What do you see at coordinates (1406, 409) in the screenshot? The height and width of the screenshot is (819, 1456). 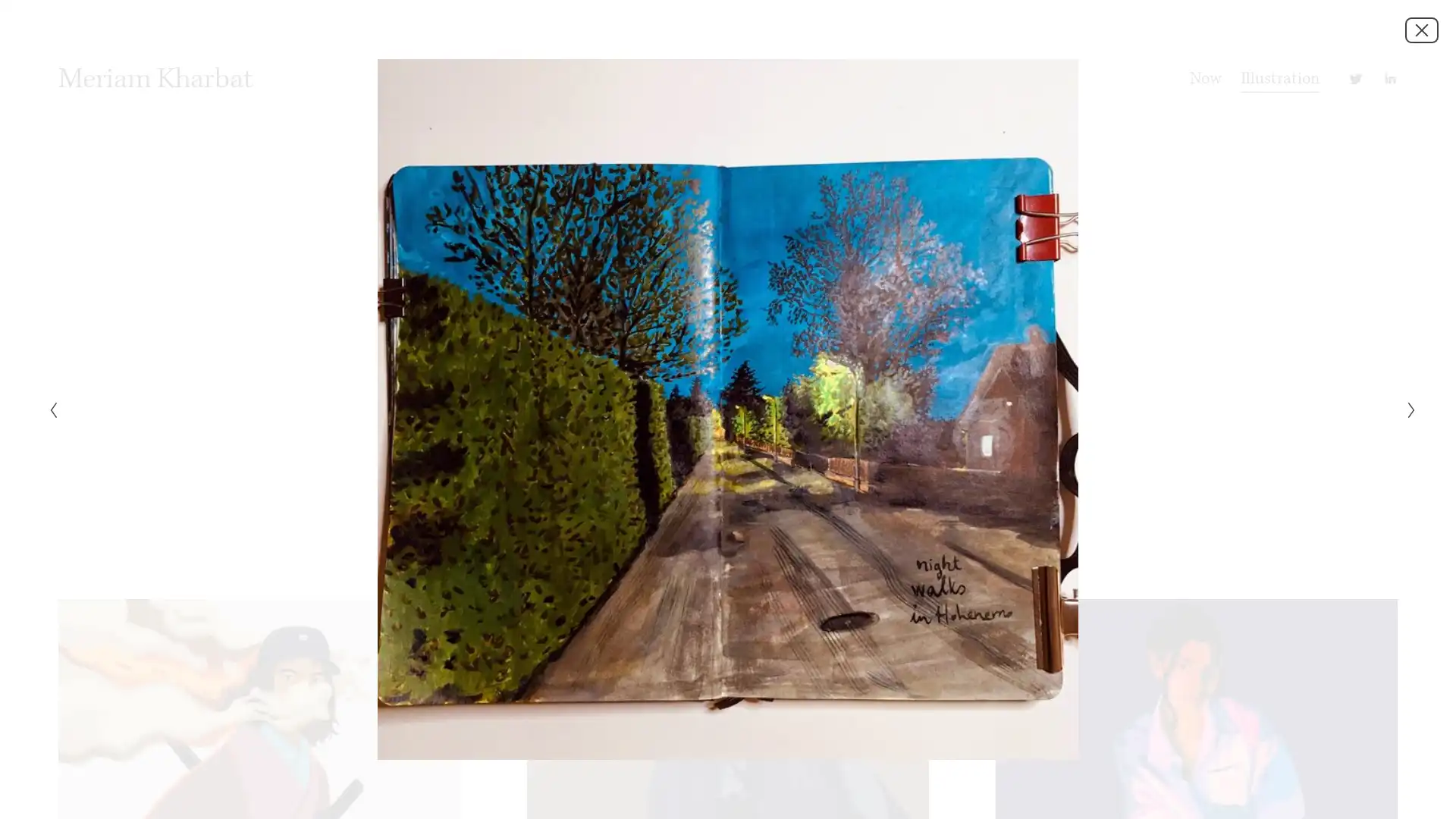 I see `Next Slide` at bounding box center [1406, 409].